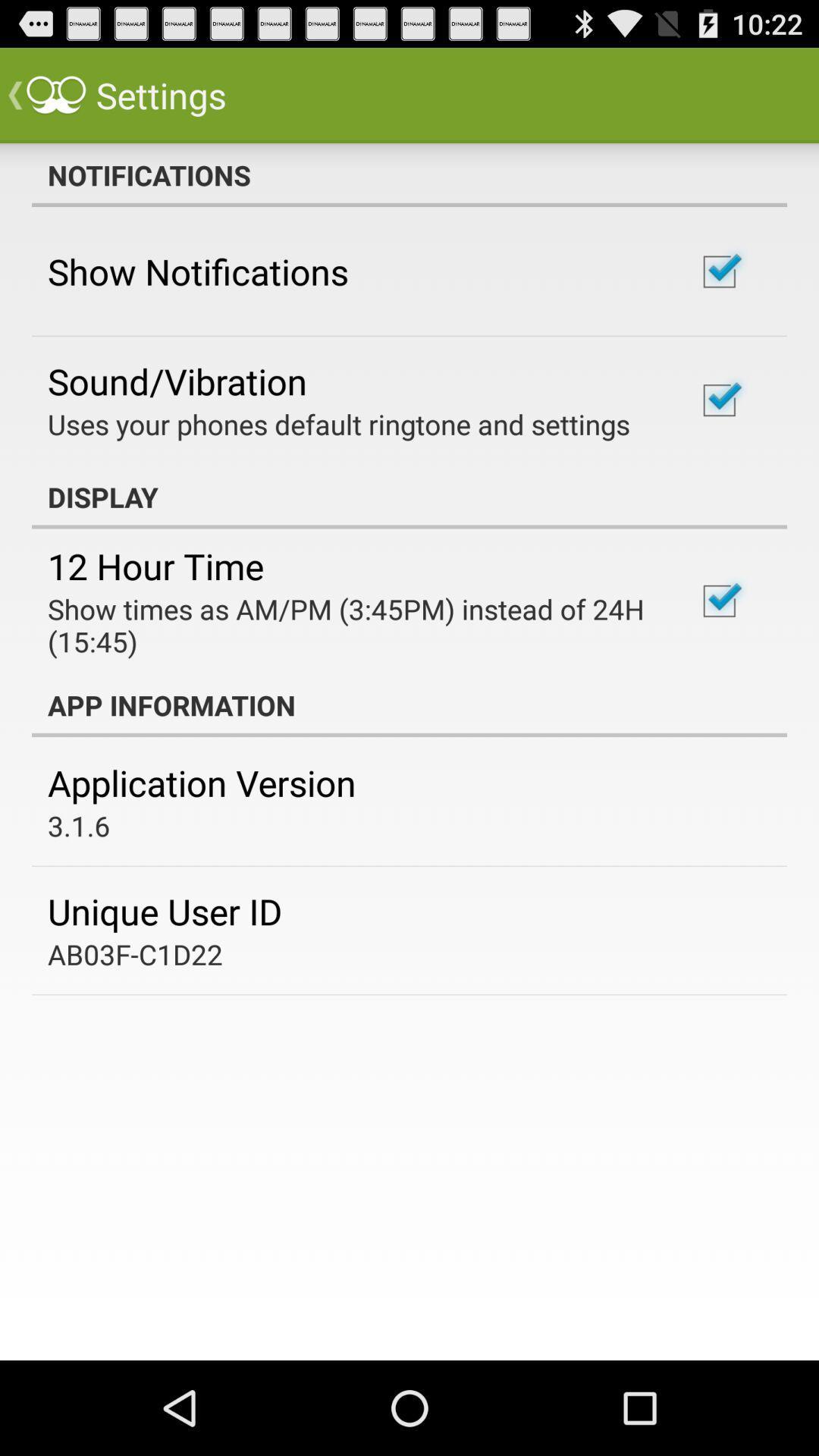 Image resolution: width=819 pixels, height=1456 pixels. I want to click on app above 12 hour time icon, so click(409, 497).